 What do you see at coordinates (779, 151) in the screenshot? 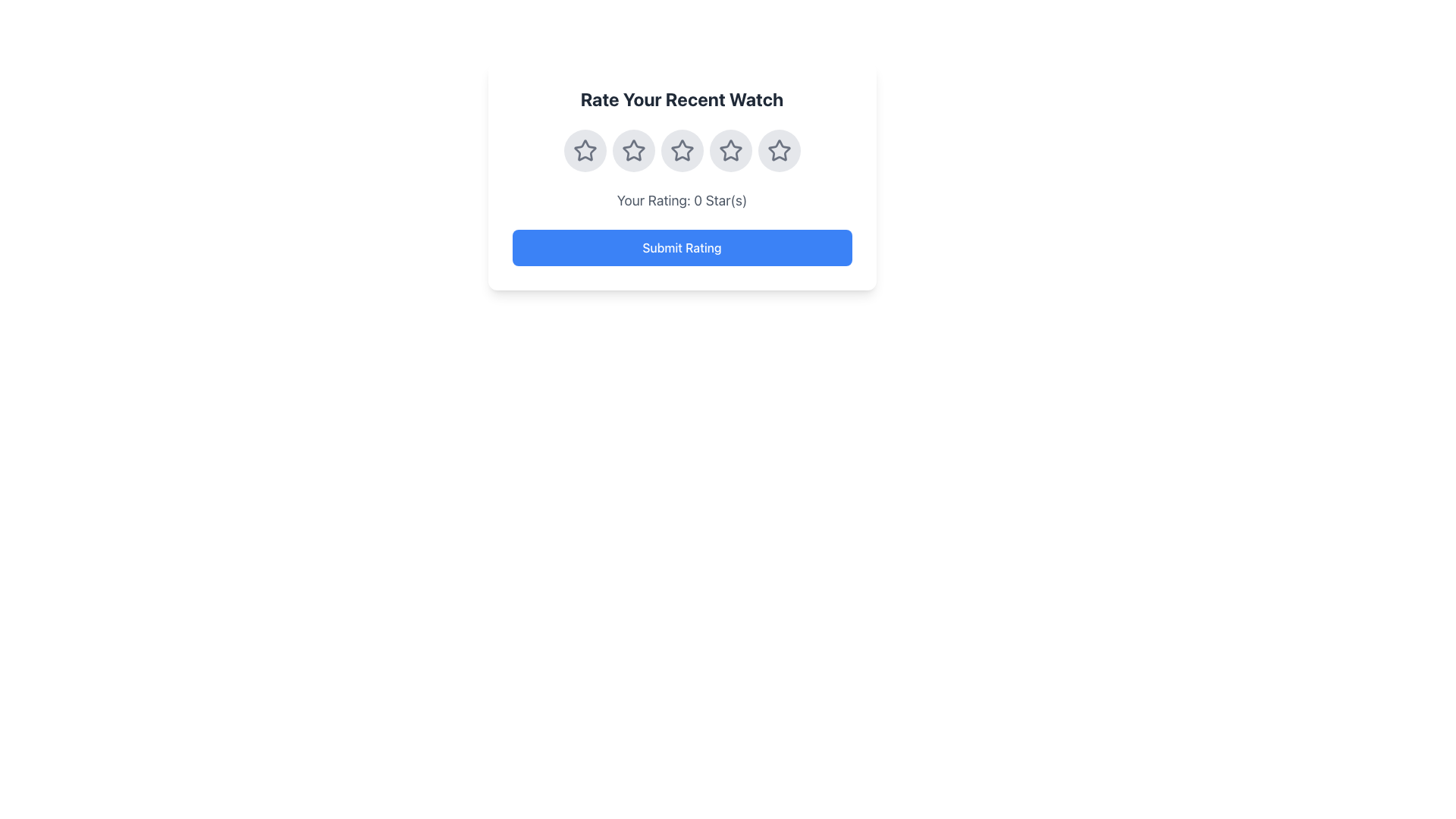
I see `the fifth star in the rating widget below the heading 'Rate Your Recent Watch'` at bounding box center [779, 151].